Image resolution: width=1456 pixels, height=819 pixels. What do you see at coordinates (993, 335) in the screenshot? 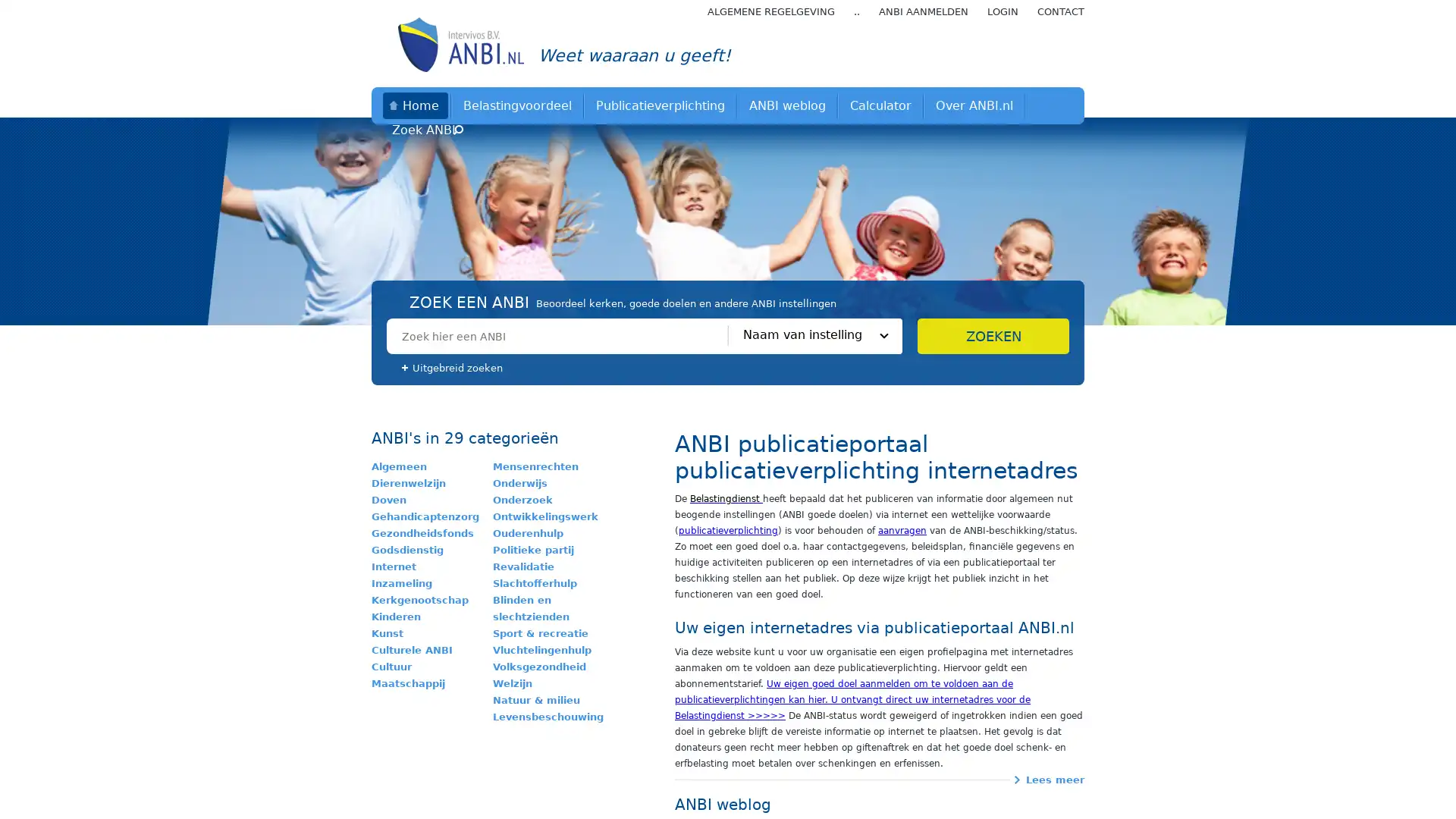
I see `ZOEKEN` at bounding box center [993, 335].